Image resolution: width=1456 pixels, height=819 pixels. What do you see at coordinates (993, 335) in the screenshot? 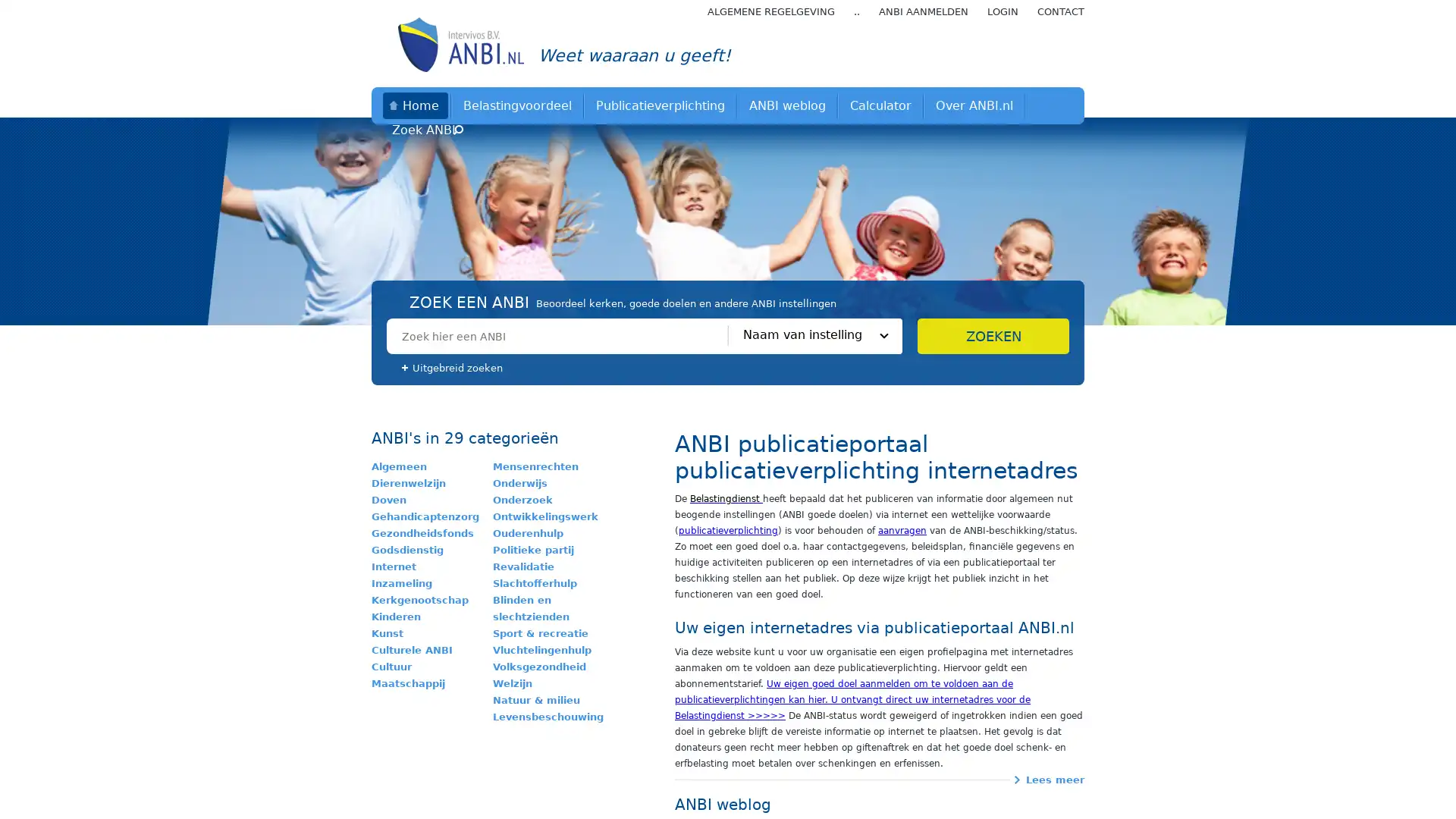
I see `ZOEKEN` at bounding box center [993, 335].